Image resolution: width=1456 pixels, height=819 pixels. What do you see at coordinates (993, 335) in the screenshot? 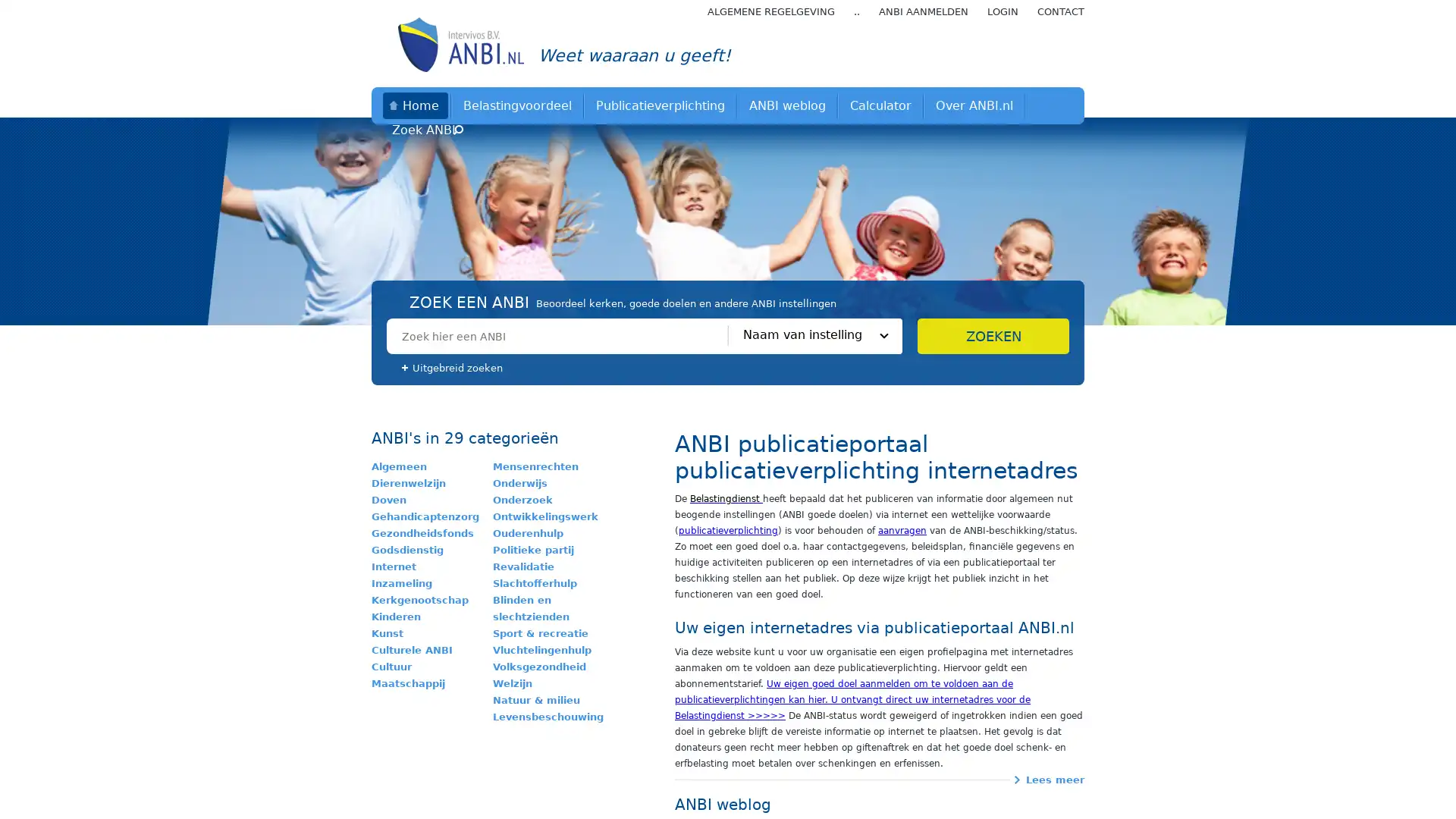
I see `ZOEKEN` at bounding box center [993, 335].